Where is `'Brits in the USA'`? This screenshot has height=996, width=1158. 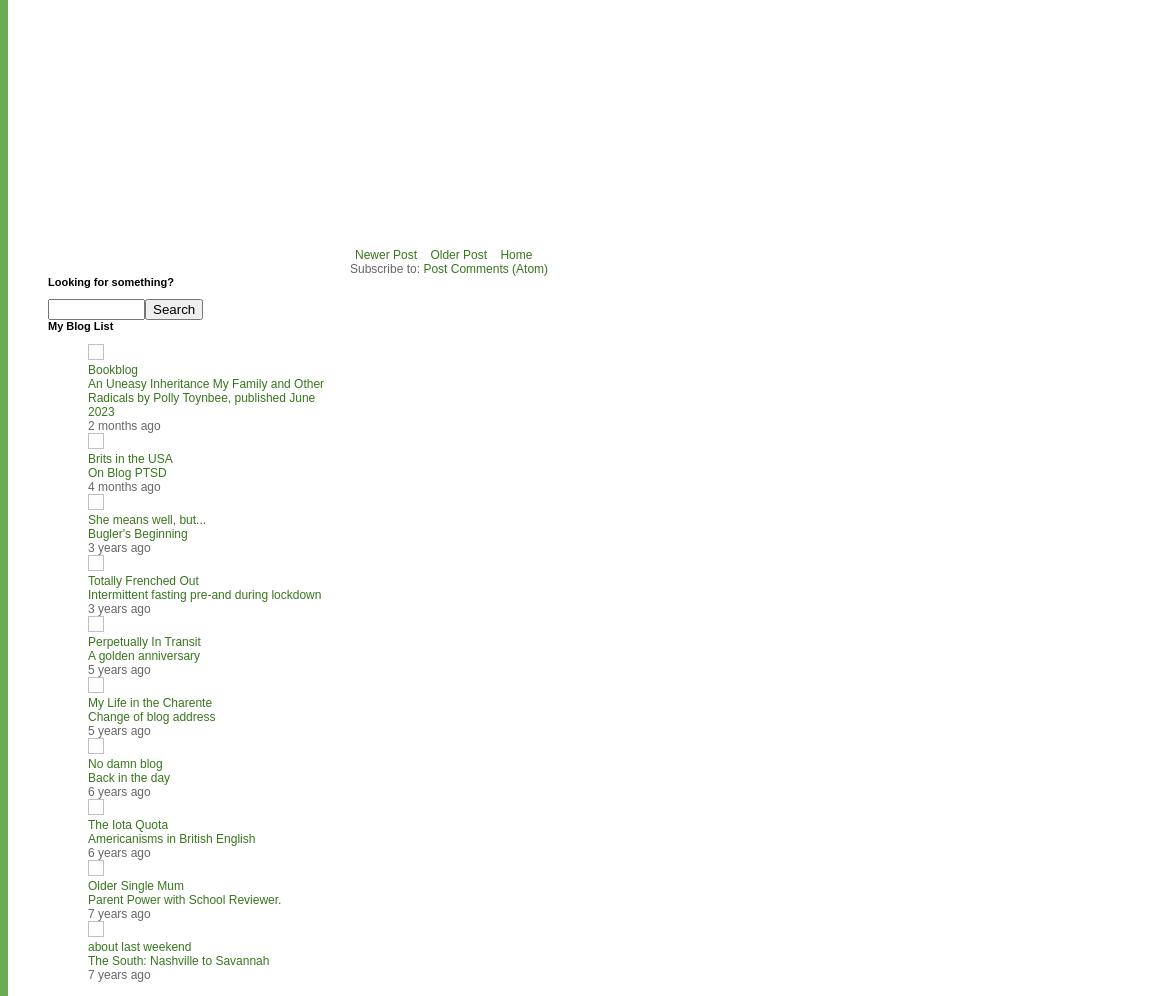 'Brits in the USA' is located at coordinates (129, 457).